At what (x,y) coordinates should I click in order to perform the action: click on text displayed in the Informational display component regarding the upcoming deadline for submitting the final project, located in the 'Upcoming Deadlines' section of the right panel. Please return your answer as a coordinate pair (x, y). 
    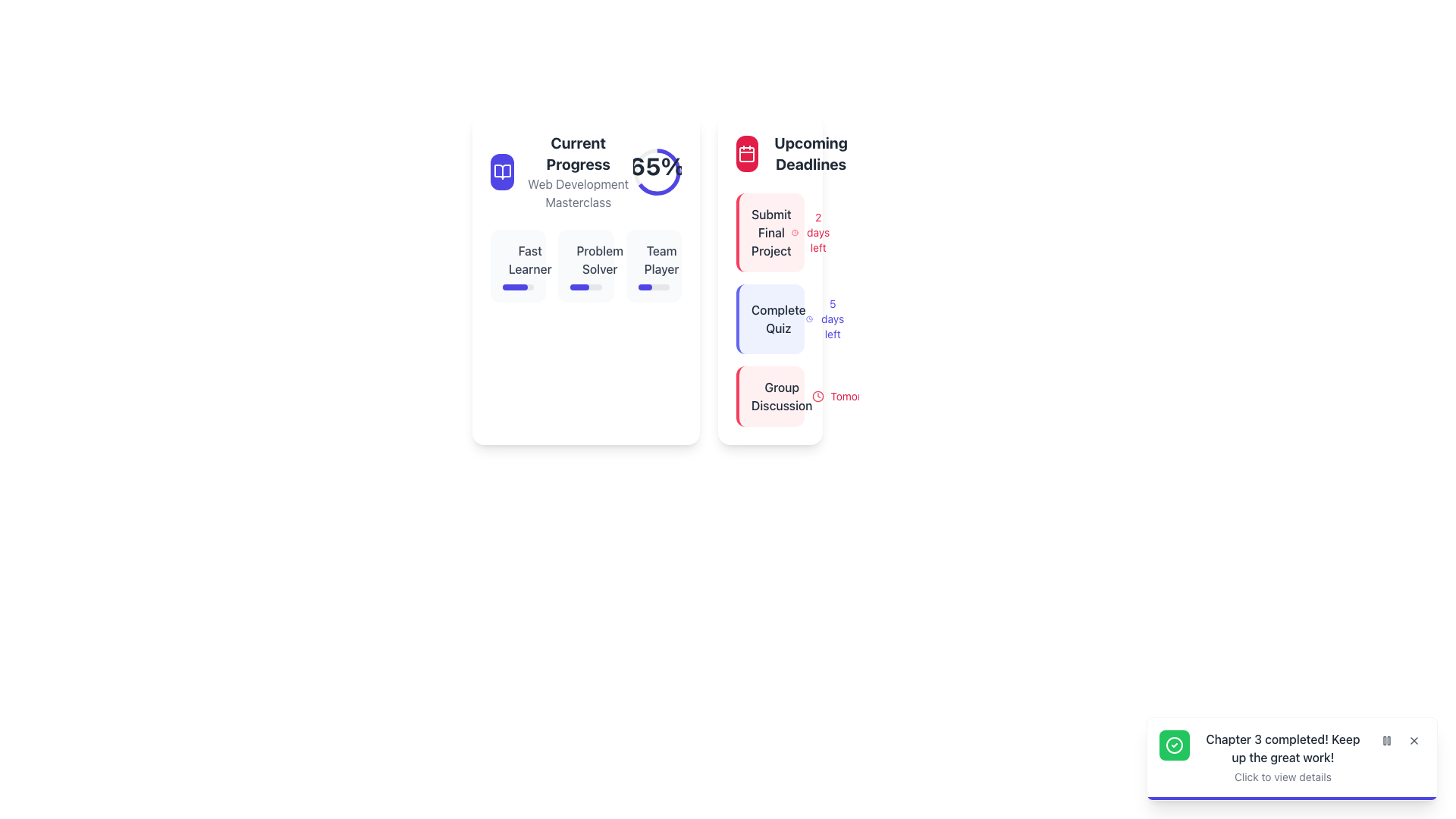
    Looking at the image, I should click on (771, 233).